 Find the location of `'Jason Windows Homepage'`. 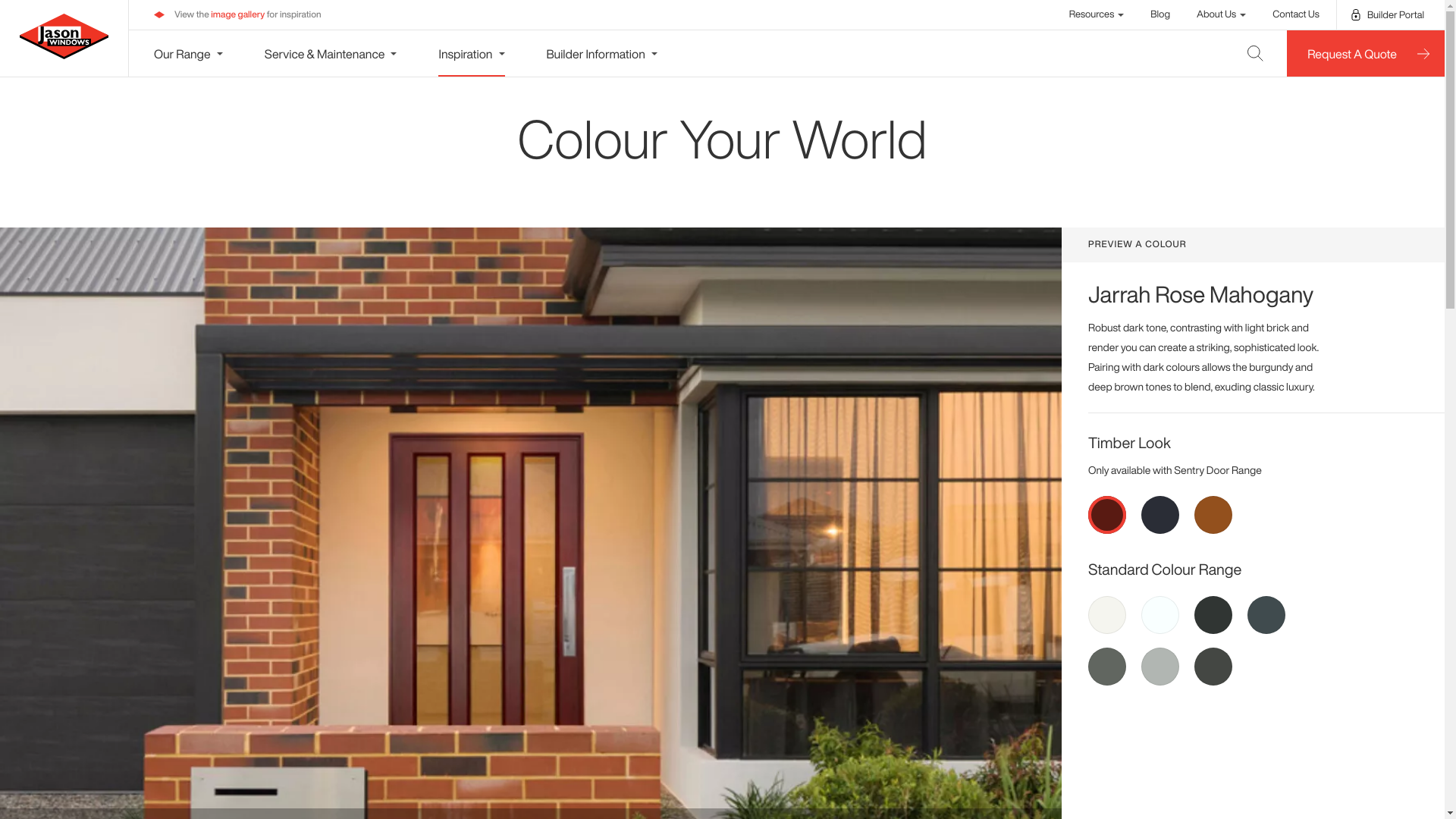

'Jason Windows Homepage' is located at coordinates (63, 35).